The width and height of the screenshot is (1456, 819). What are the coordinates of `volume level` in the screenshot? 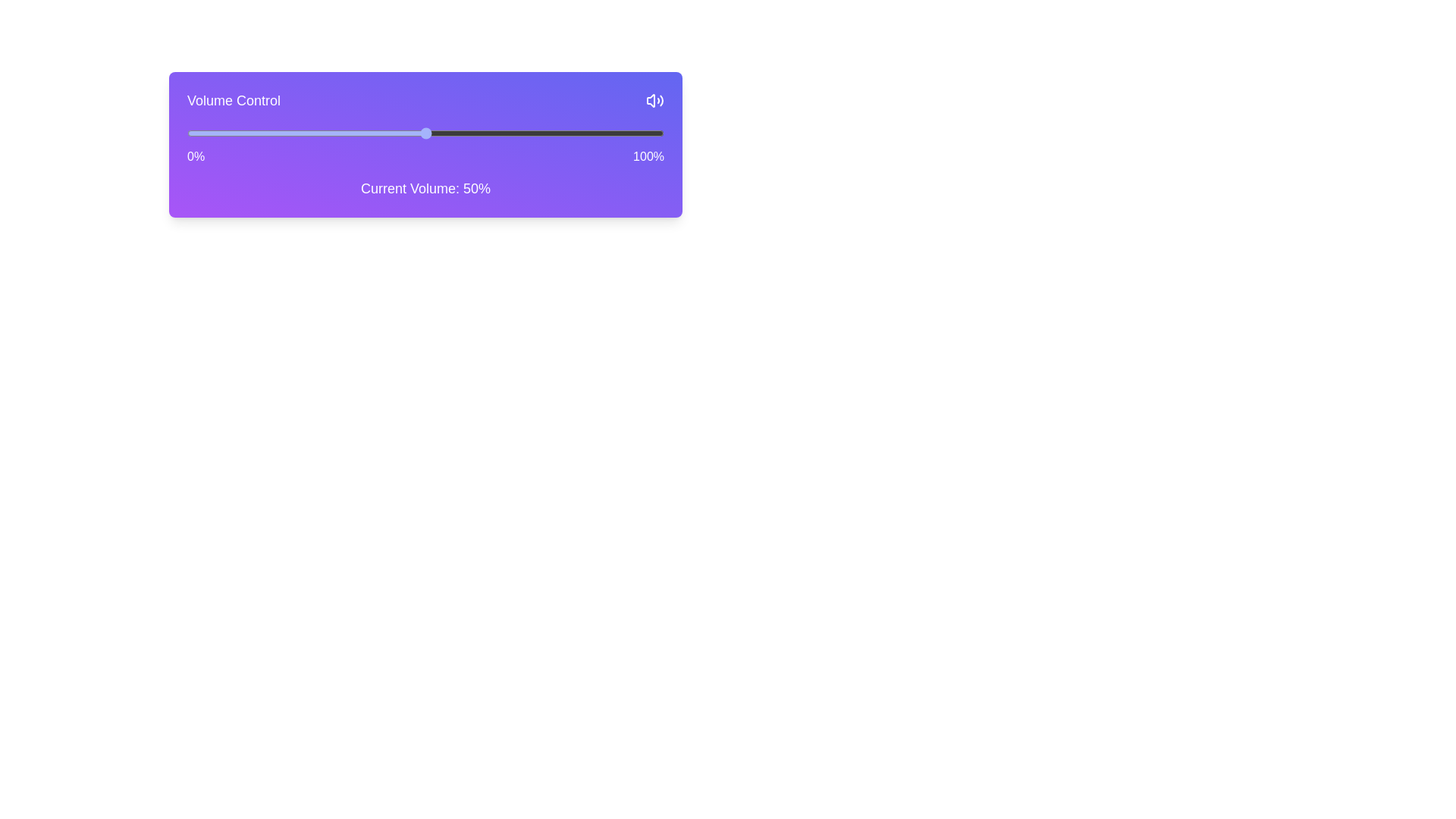 It's located at (329, 133).